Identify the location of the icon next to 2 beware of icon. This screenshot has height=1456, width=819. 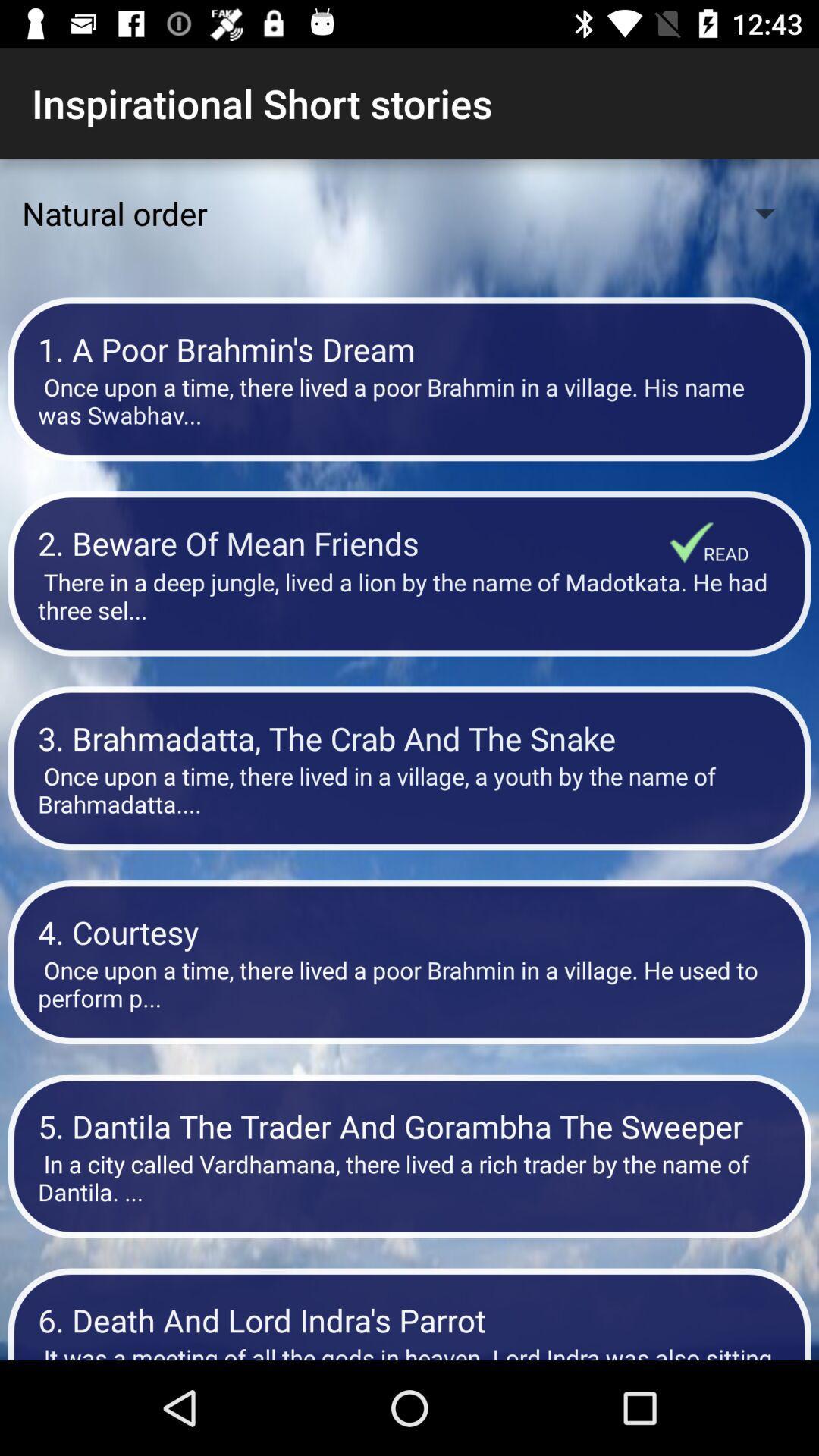
(725, 553).